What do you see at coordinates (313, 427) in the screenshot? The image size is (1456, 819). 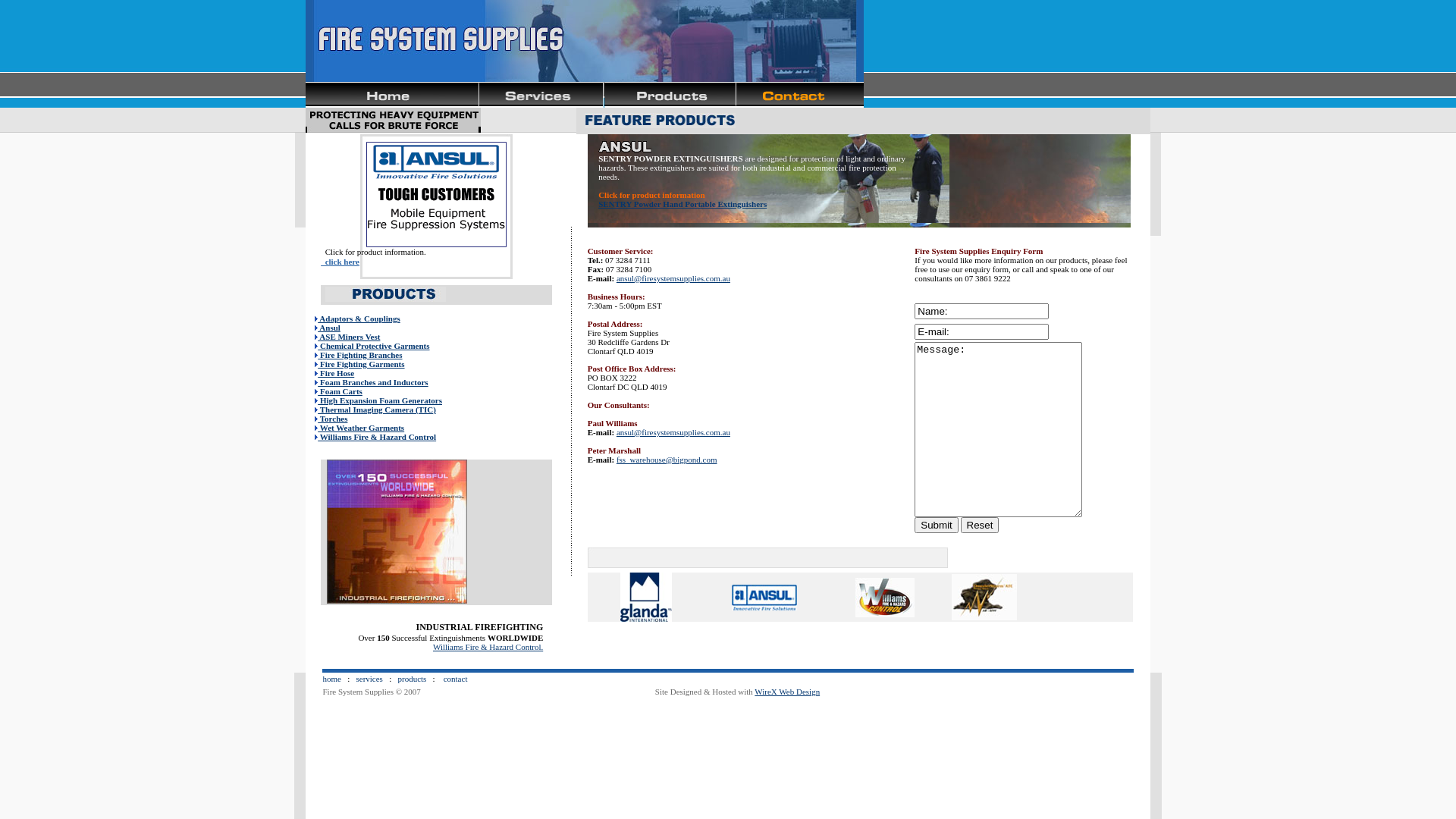 I see `' Wet Weather Garments'` at bounding box center [313, 427].